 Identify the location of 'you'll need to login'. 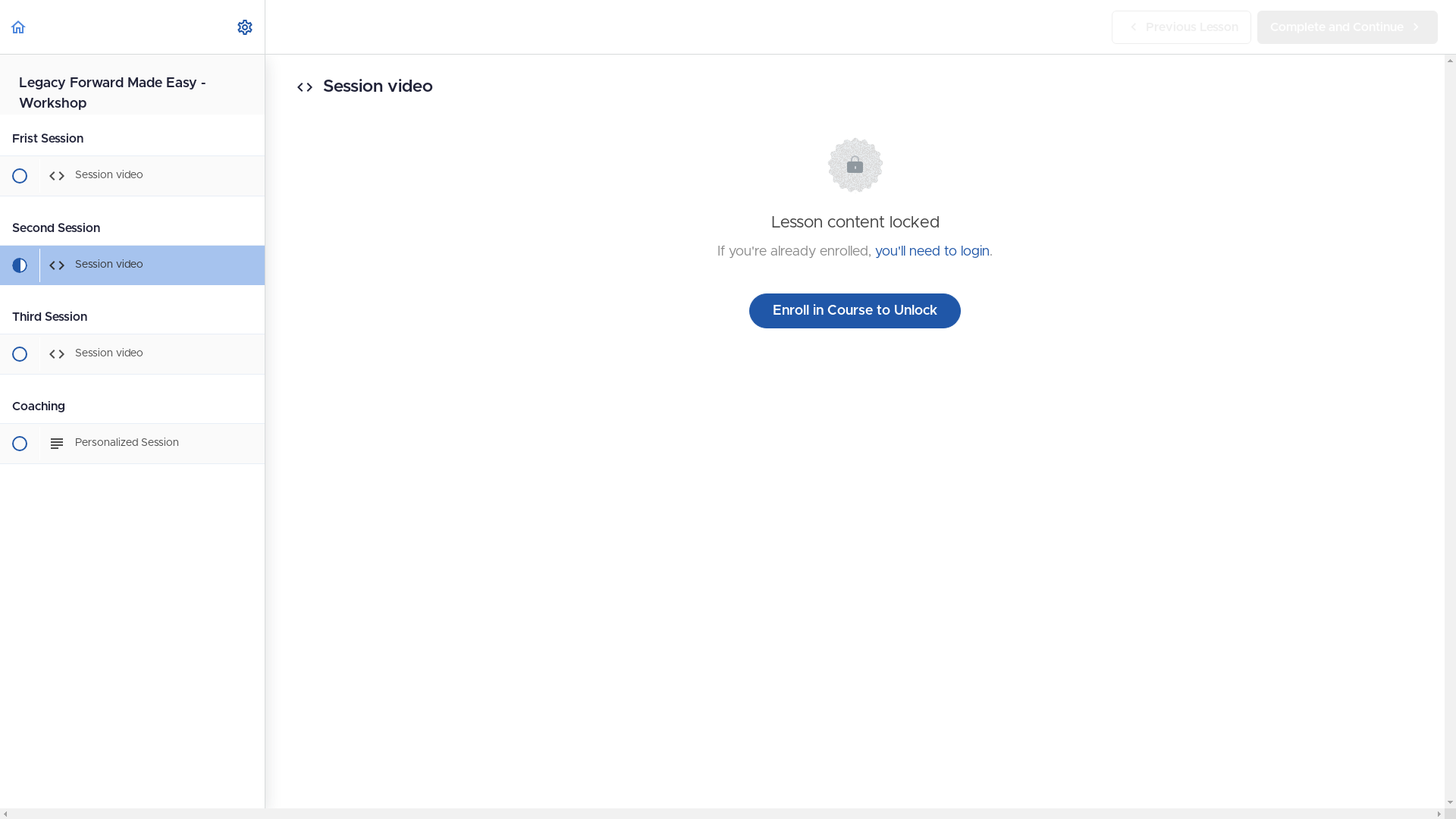
(931, 250).